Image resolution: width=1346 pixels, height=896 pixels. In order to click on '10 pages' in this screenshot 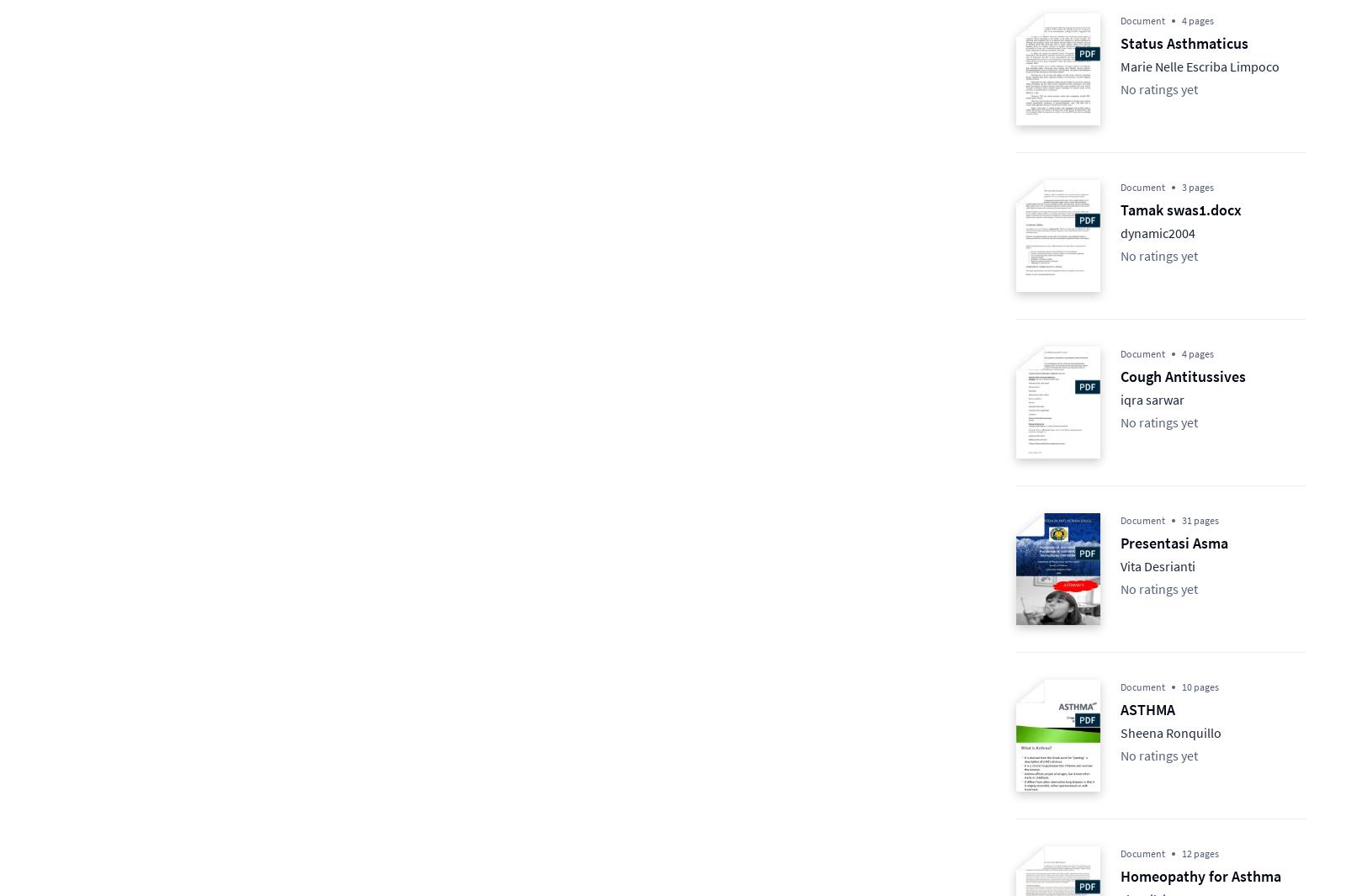, I will do `click(1181, 687)`.